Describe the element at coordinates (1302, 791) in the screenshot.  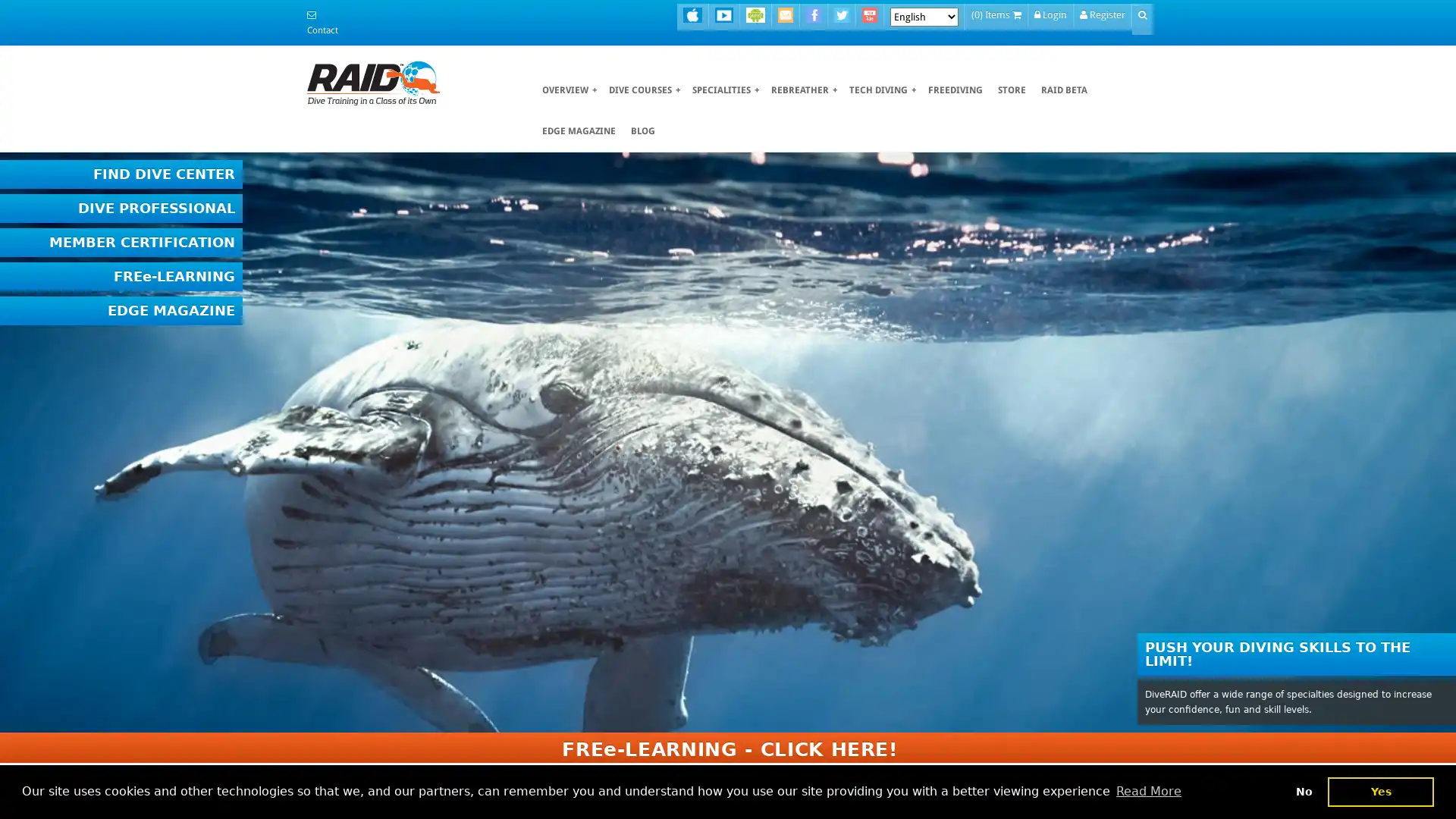
I see `deny cookies` at that location.